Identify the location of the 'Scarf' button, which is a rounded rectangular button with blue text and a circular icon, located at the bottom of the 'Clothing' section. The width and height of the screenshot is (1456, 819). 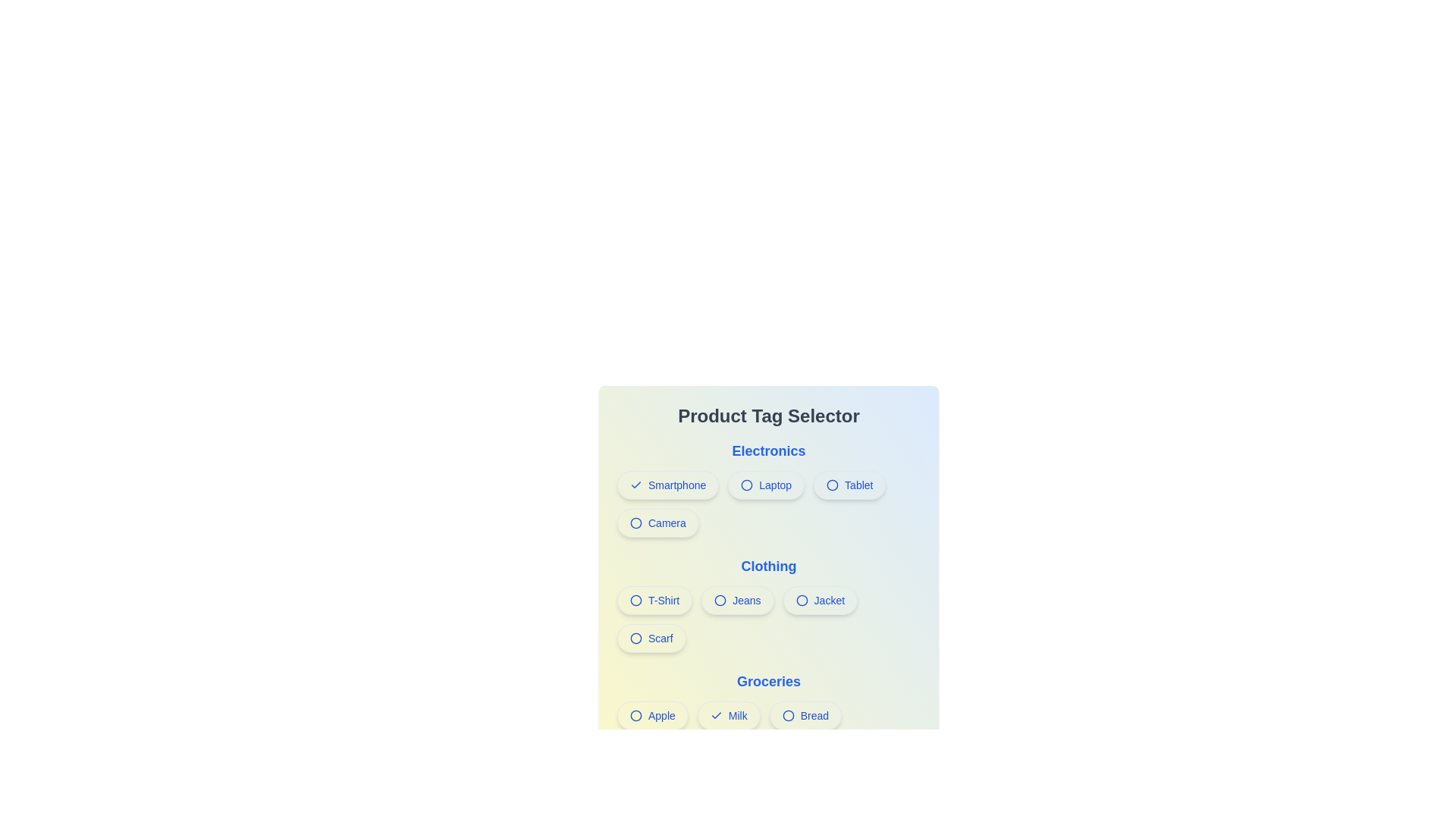
(651, 638).